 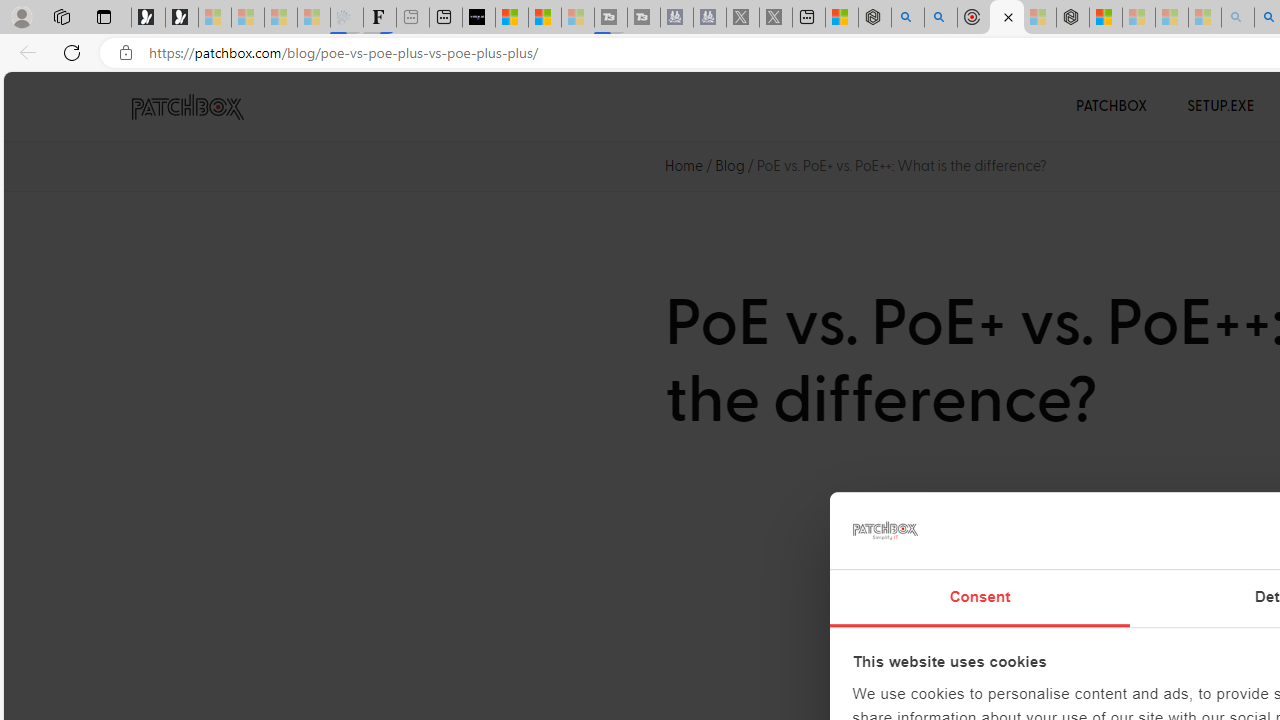 What do you see at coordinates (1220, 106) in the screenshot?
I see `'SETUP.EXE'` at bounding box center [1220, 106].